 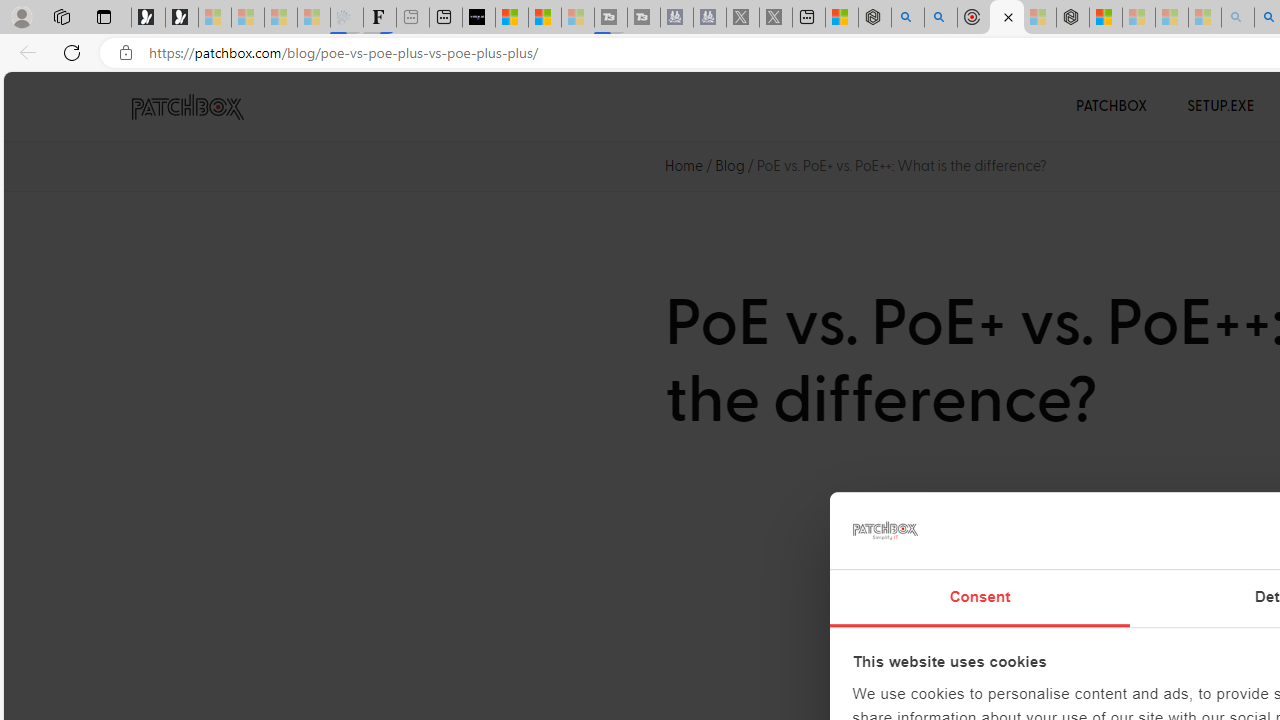 What do you see at coordinates (1220, 106) in the screenshot?
I see `'SETUP.EXE'` at bounding box center [1220, 106].